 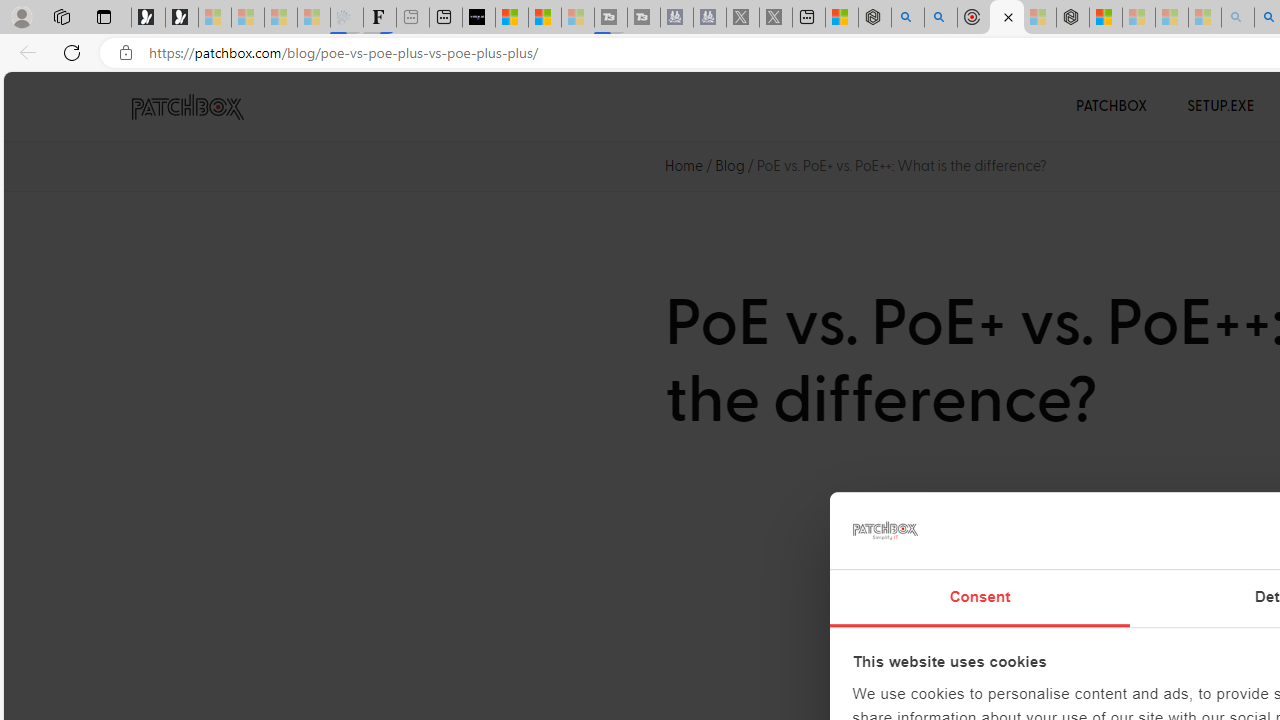 What do you see at coordinates (1220, 106) in the screenshot?
I see `'SETUP.EXE'` at bounding box center [1220, 106].